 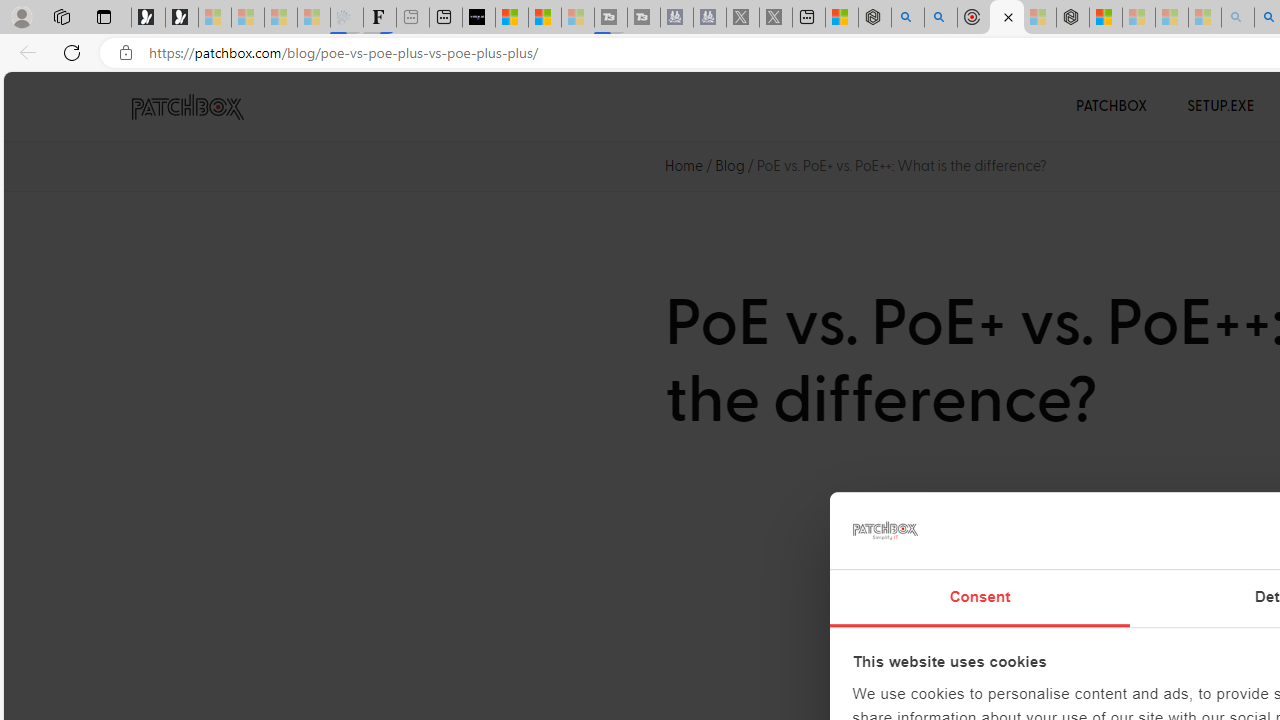 What do you see at coordinates (1220, 106) in the screenshot?
I see `'SETUP.EXE'` at bounding box center [1220, 106].